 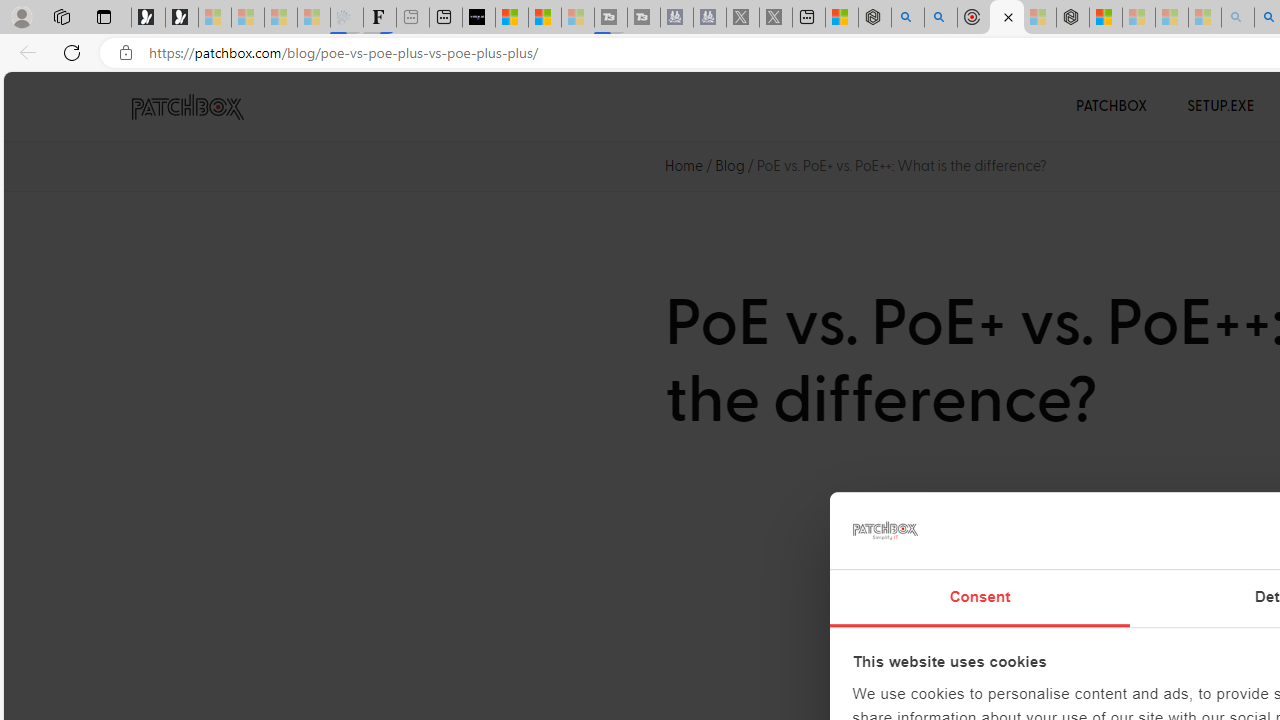 What do you see at coordinates (1220, 106) in the screenshot?
I see `'SETUP.EXE'` at bounding box center [1220, 106].